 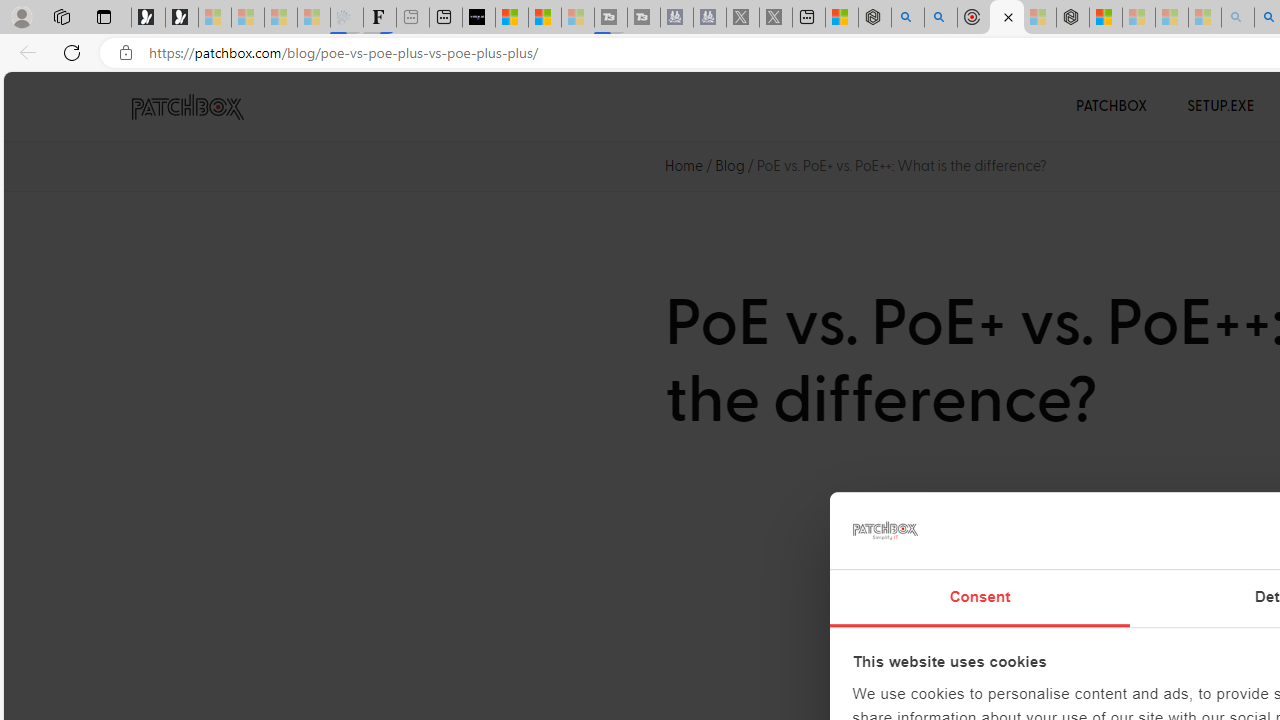 What do you see at coordinates (1220, 106) in the screenshot?
I see `'SETUP.EXE'` at bounding box center [1220, 106].